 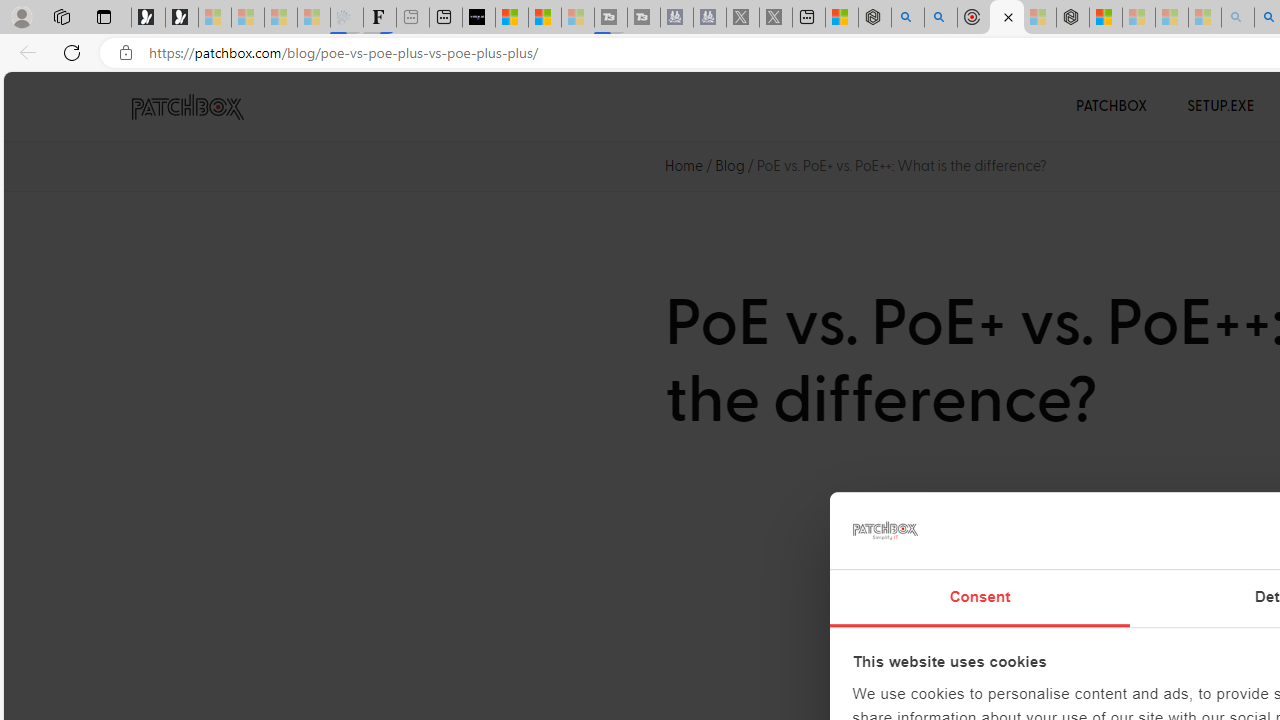 What do you see at coordinates (1220, 106) in the screenshot?
I see `'SETUP.EXE'` at bounding box center [1220, 106].